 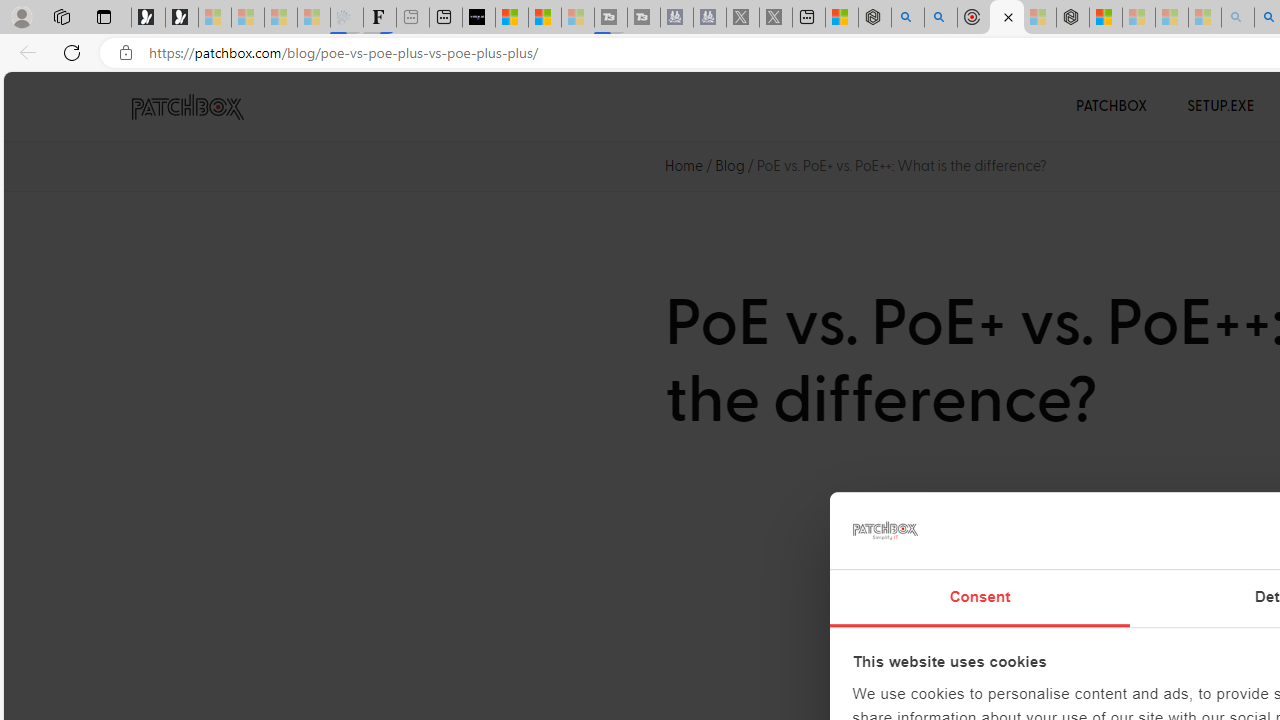 What do you see at coordinates (1220, 106) in the screenshot?
I see `'SETUP.EXE'` at bounding box center [1220, 106].